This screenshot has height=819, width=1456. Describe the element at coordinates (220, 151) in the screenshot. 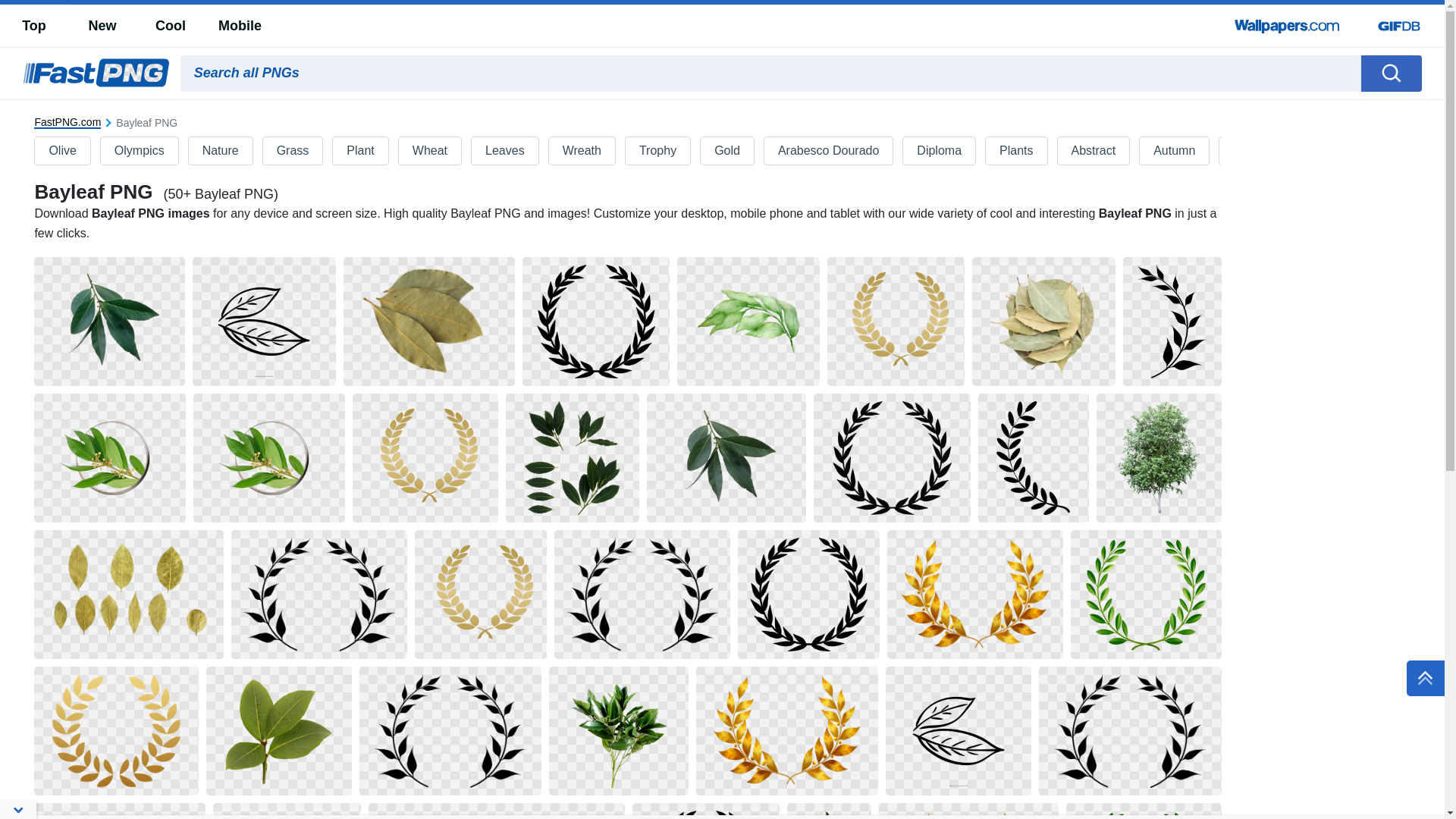

I see `'Nature'` at that location.